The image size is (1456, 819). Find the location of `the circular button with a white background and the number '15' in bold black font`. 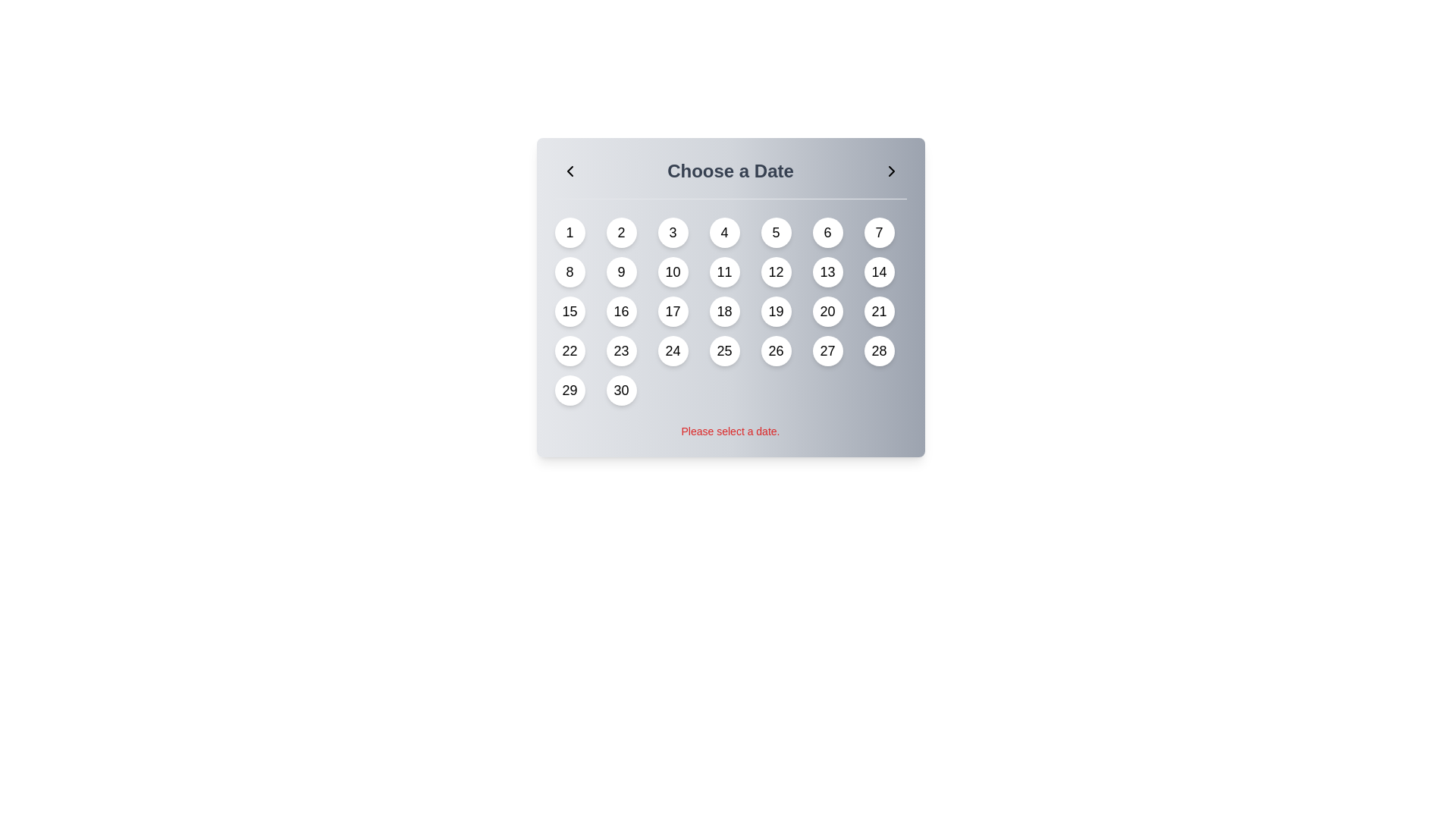

the circular button with a white background and the number '15' in bold black font is located at coordinates (569, 311).